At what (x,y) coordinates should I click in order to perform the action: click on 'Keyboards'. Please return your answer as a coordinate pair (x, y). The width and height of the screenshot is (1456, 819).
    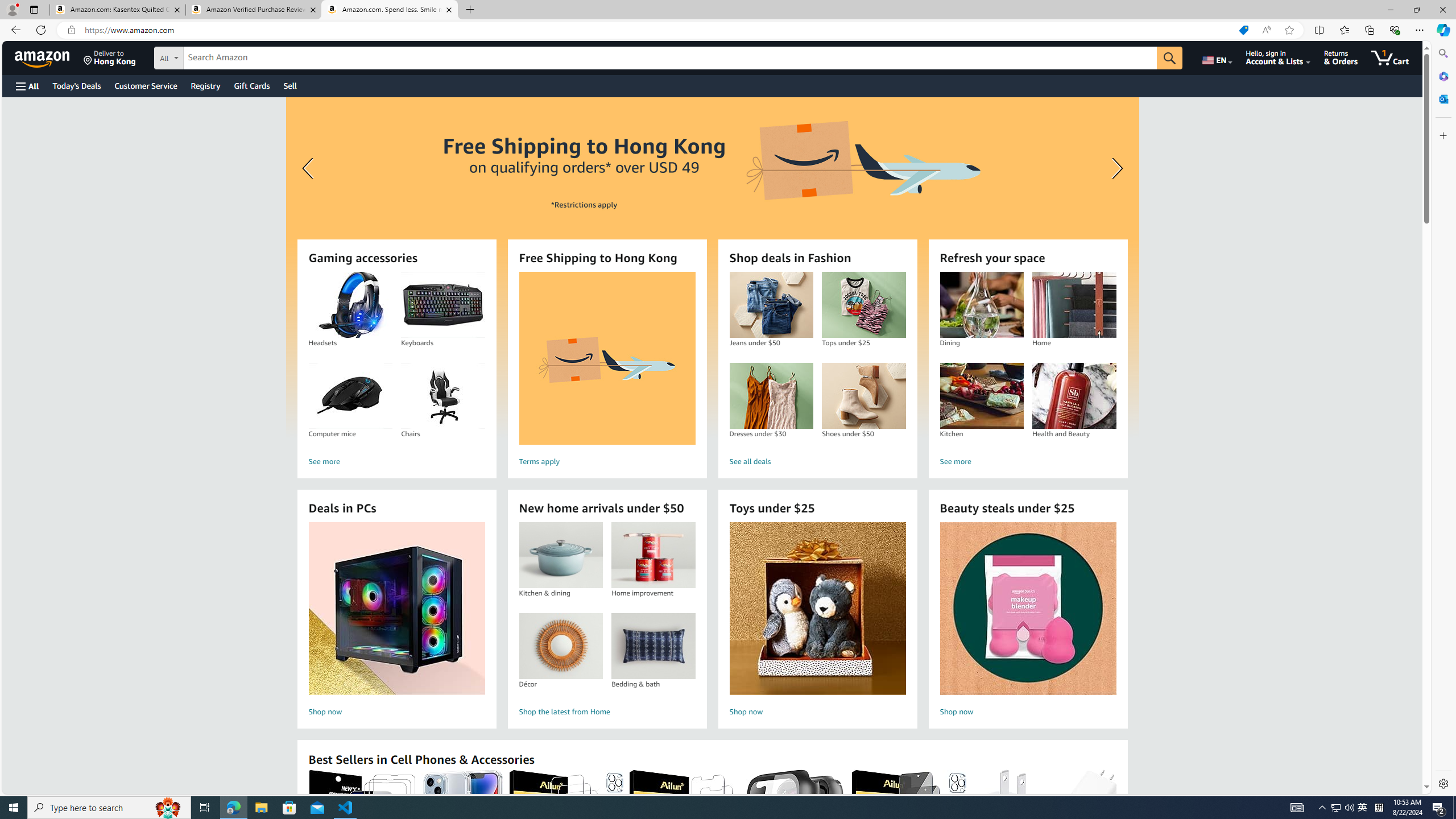
    Looking at the image, I should click on (442, 305).